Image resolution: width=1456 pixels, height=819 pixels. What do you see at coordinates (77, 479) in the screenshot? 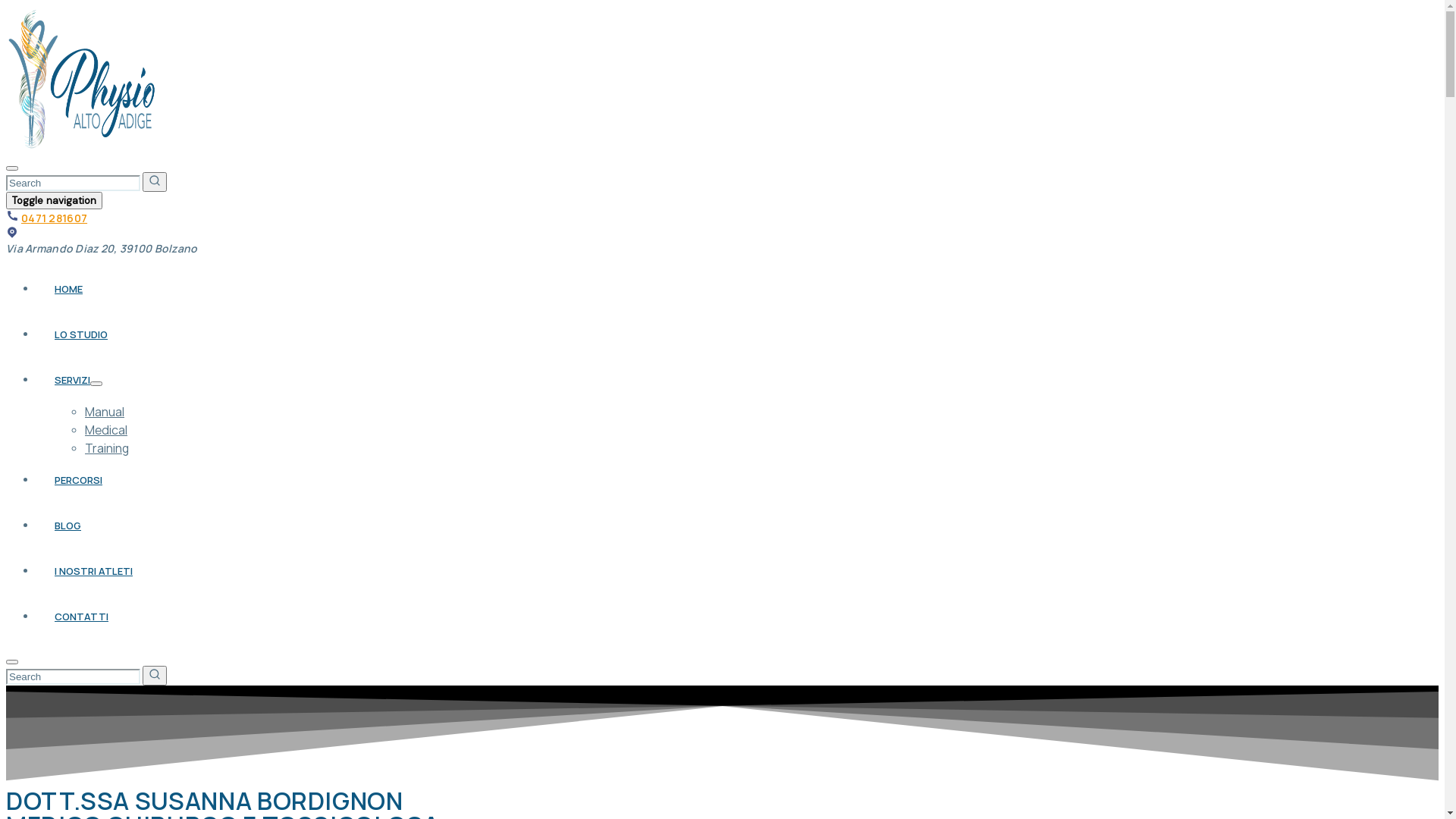
I see `'PERCORSI'` at bounding box center [77, 479].